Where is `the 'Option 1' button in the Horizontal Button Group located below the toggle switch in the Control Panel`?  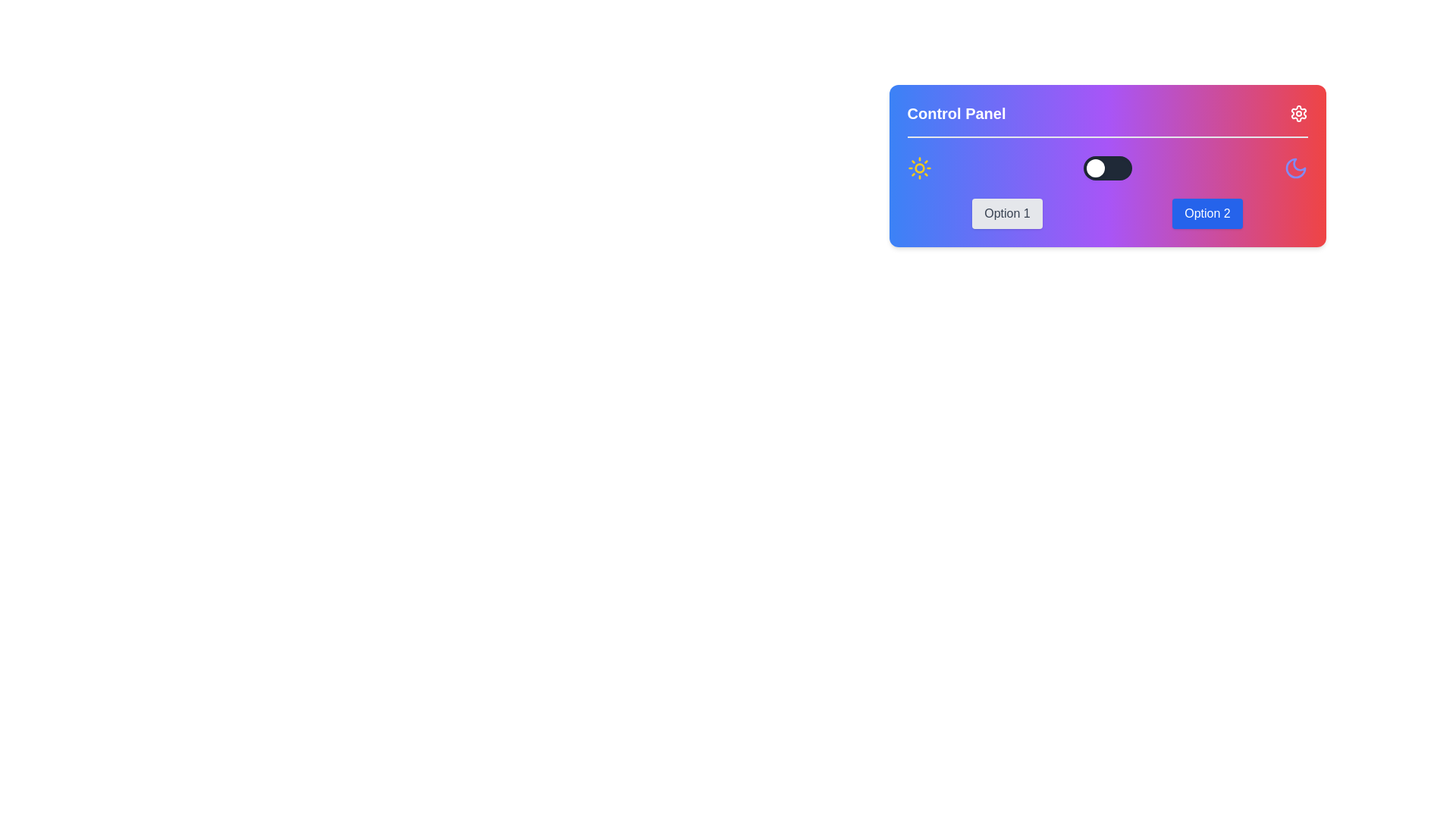
the 'Option 1' button in the Horizontal Button Group located below the toggle switch in the Control Panel is located at coordinates (1107, 213).